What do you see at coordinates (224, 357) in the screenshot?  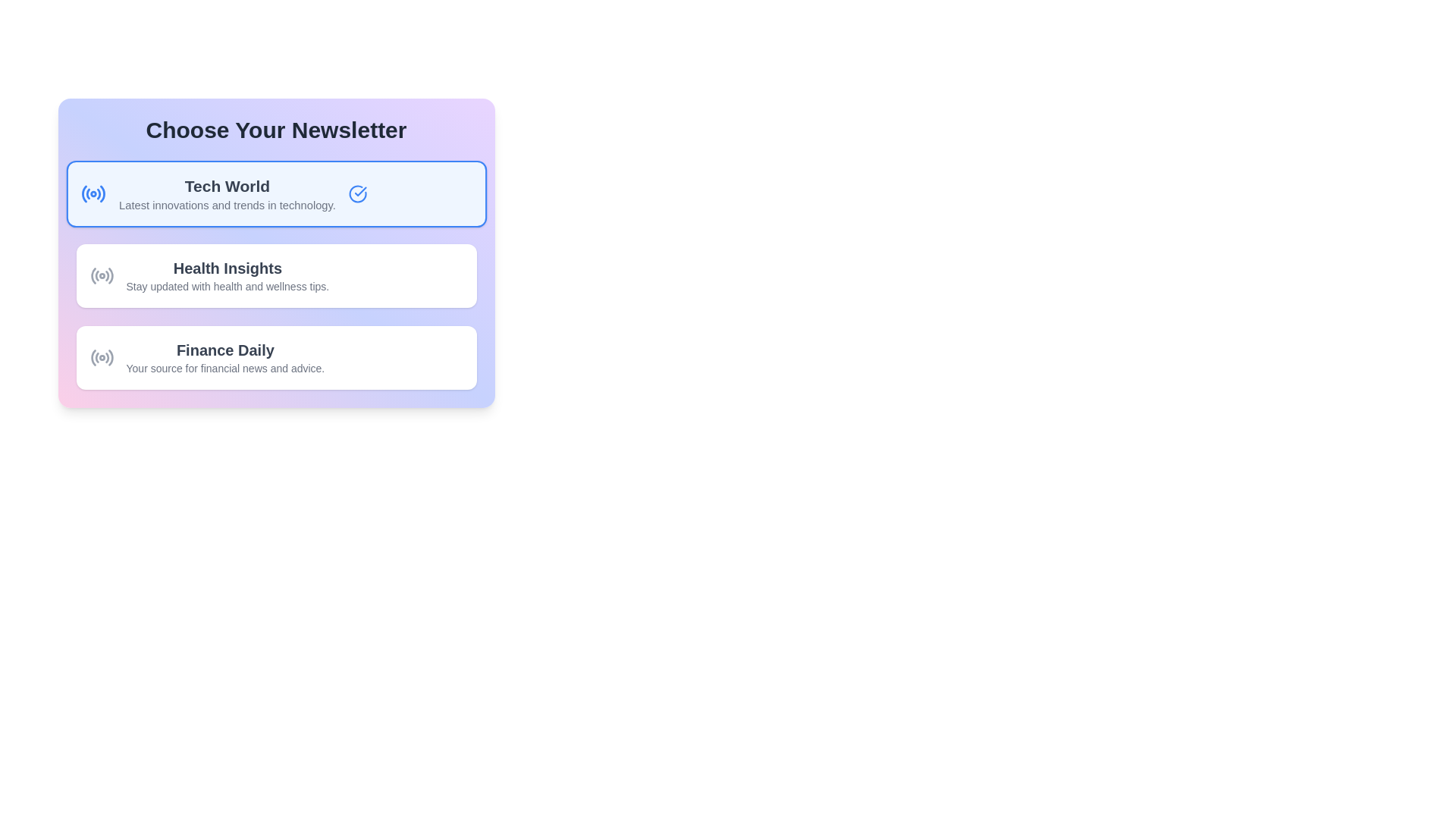 I see `the informational heading text block for the 'Finance Daily' option within the third option card under 'Choose Your Newsletter'` at bounding box center [224, 357].